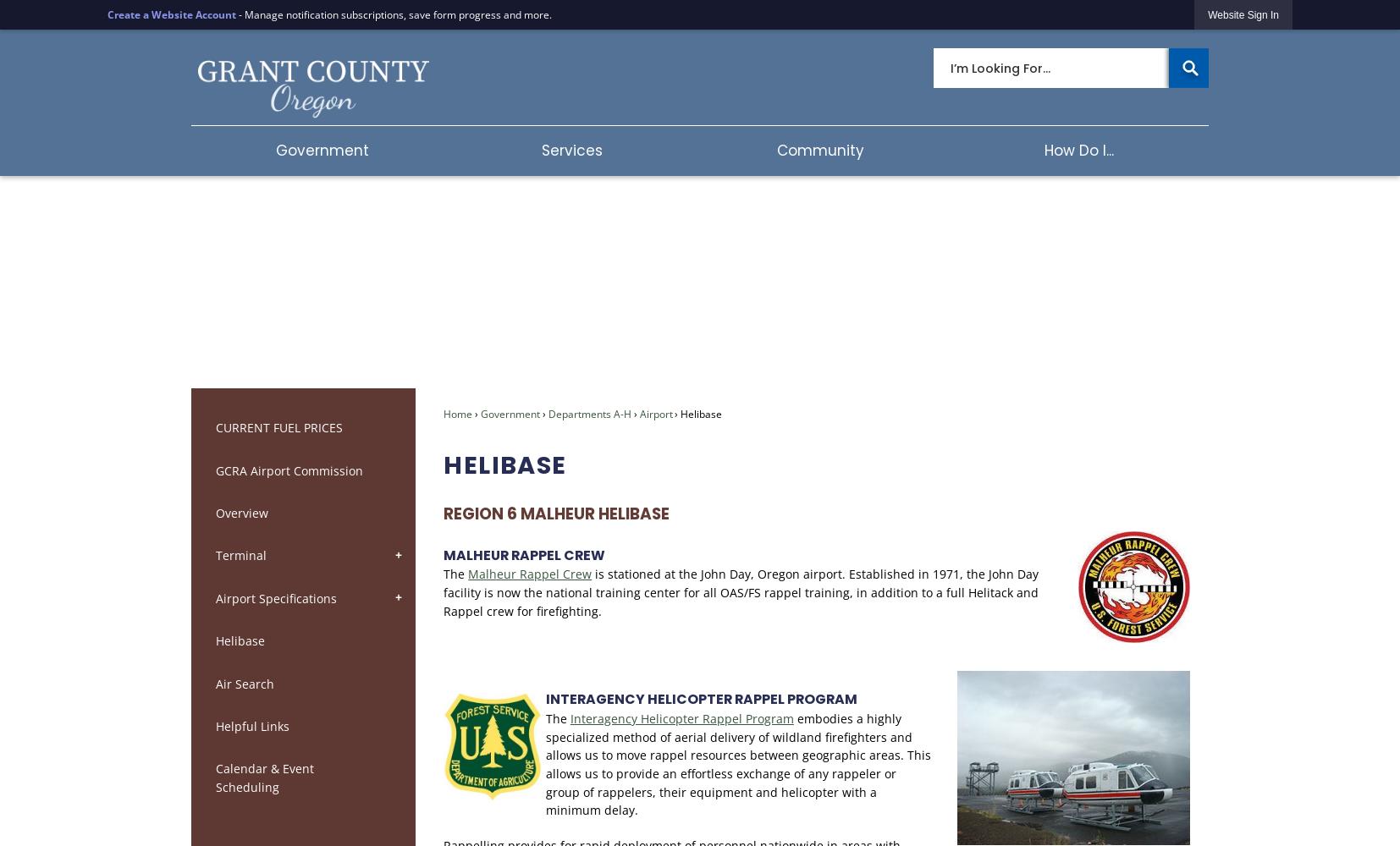 This screenshot has width=1400, height=846. Describe the element at coordinates (1078, 150) in the screenshot. I see `'How Do I...'` at that location.